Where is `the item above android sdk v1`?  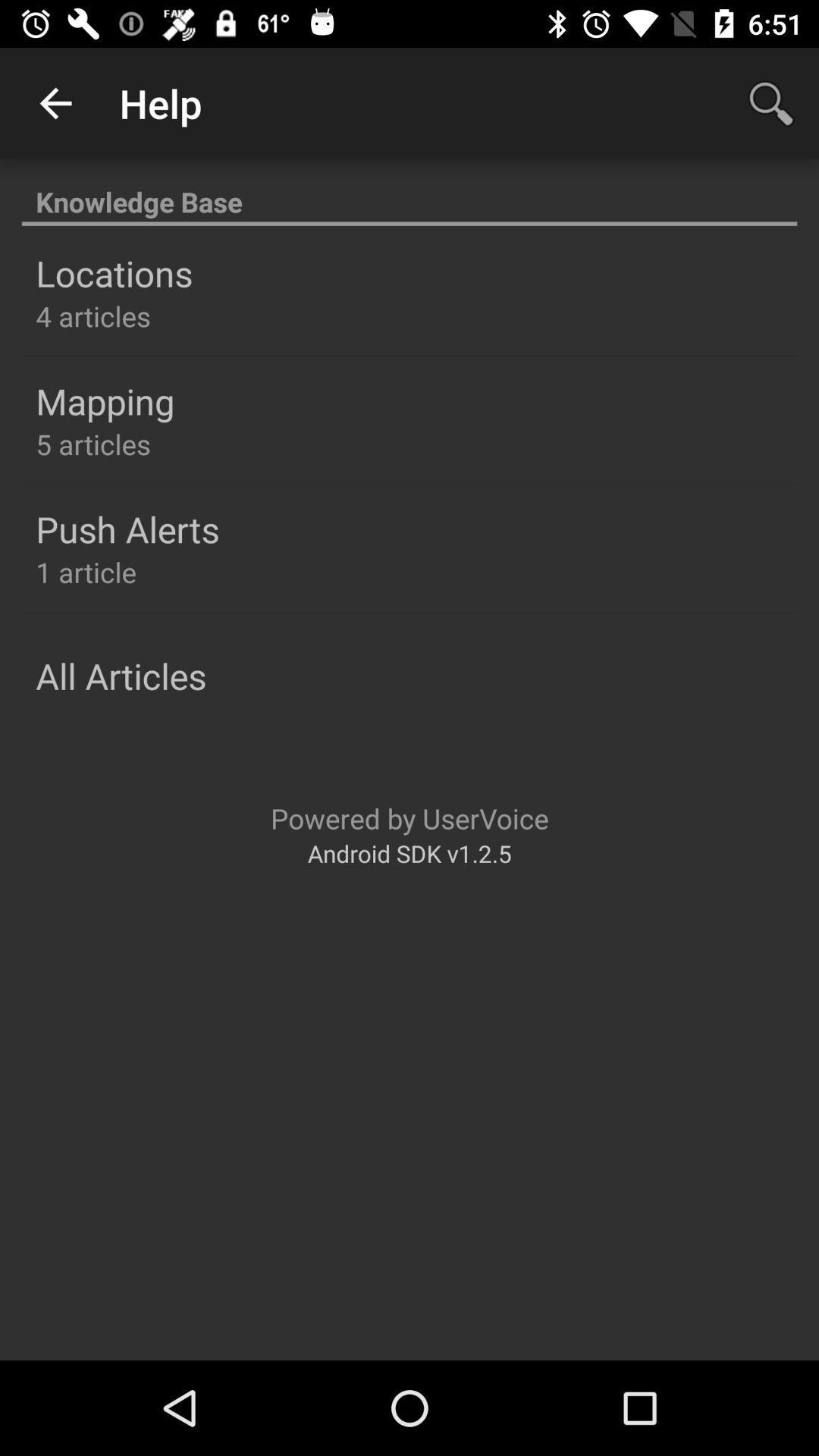
the item above android sdk v1 is located at coordinates (409, 817).